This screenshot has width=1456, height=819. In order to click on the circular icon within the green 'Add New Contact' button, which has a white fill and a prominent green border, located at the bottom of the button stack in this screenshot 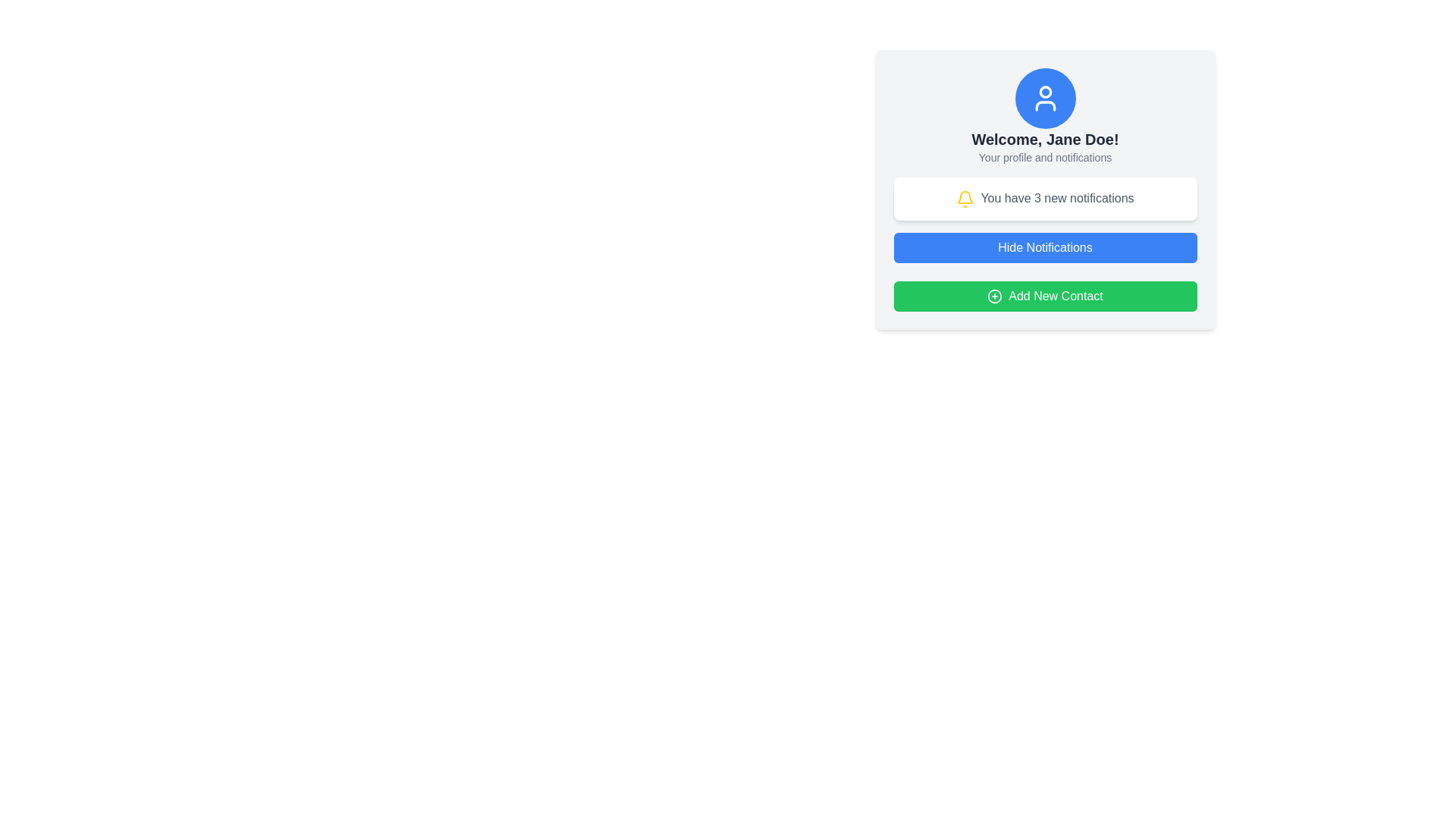, I will do `click(995, 296)`.